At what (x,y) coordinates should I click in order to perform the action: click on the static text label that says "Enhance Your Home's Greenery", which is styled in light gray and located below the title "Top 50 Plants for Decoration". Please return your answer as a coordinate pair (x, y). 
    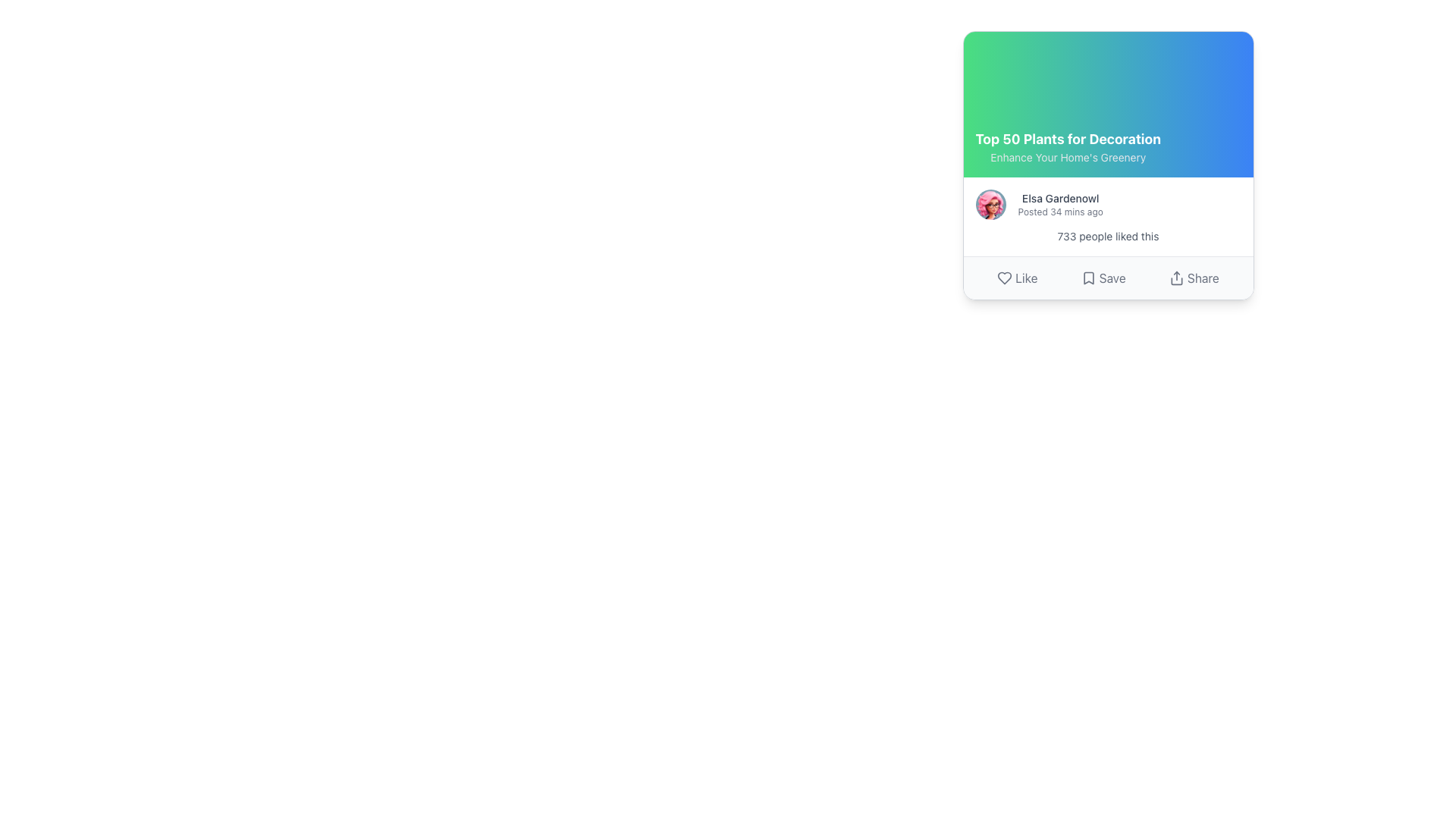
    Looking at the image, I should click on (1067, 158).